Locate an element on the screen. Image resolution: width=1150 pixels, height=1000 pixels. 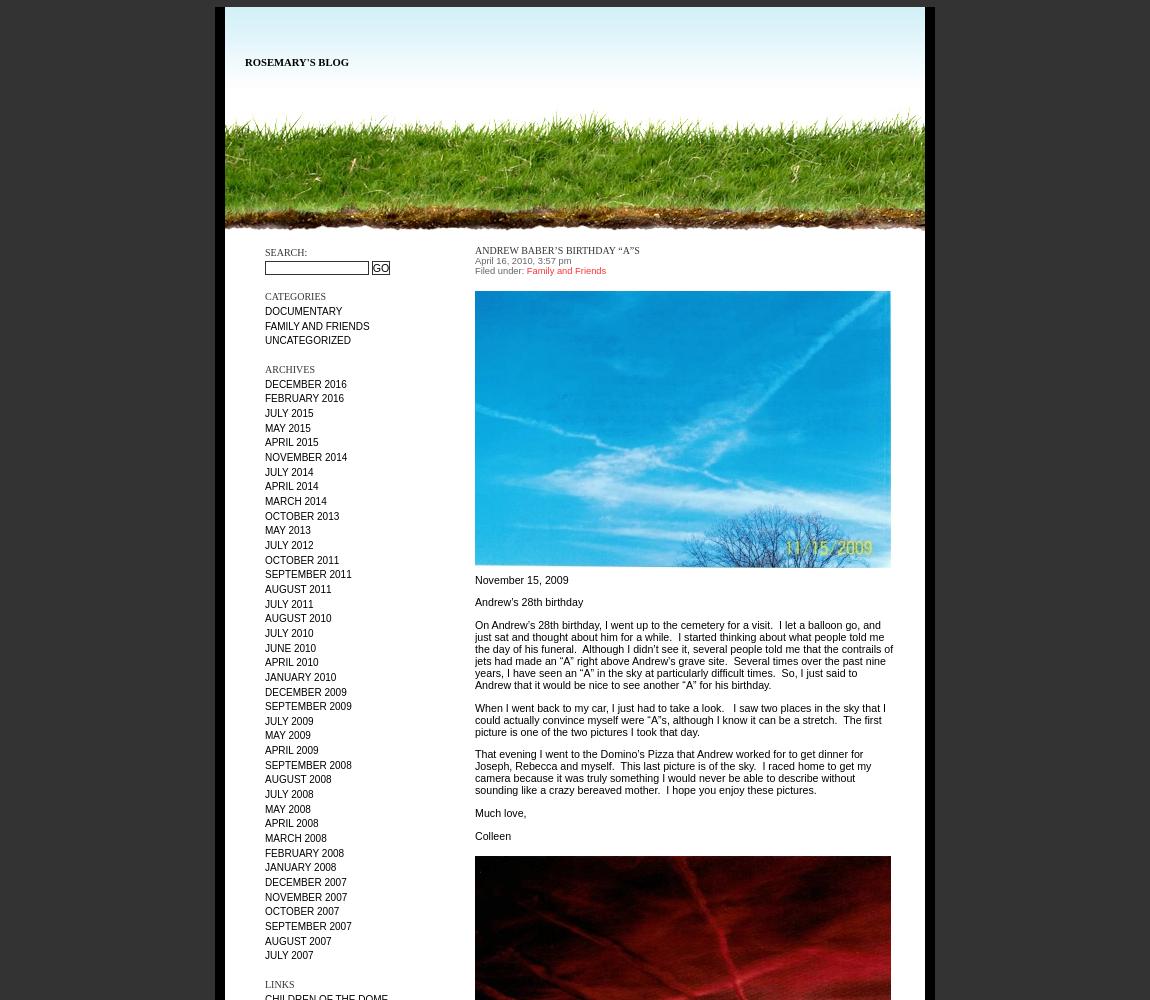
'October 2007' is located at coordinates (301, 911).